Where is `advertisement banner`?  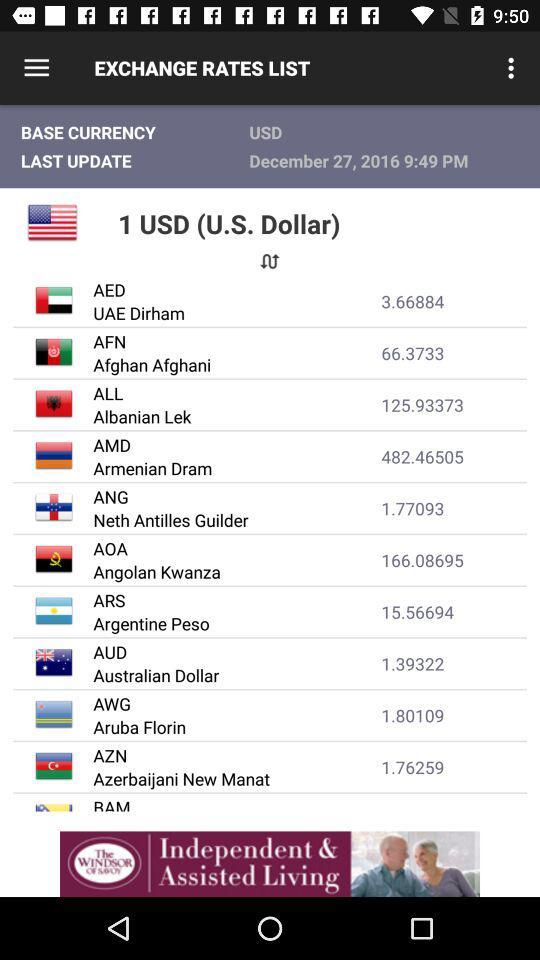 advertisement banner is located at coordinates (270, 863).